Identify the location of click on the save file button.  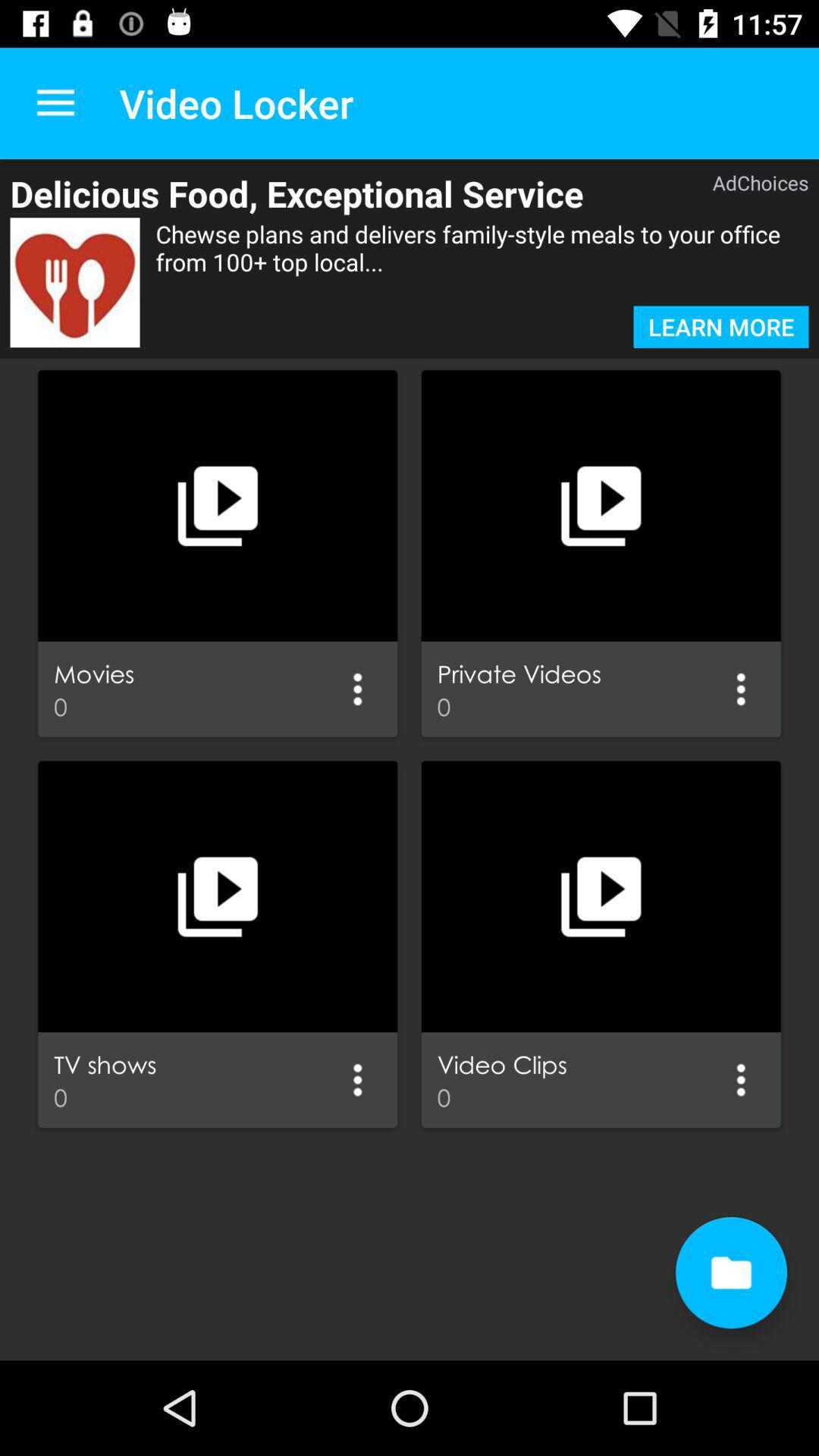
(730, 1272).